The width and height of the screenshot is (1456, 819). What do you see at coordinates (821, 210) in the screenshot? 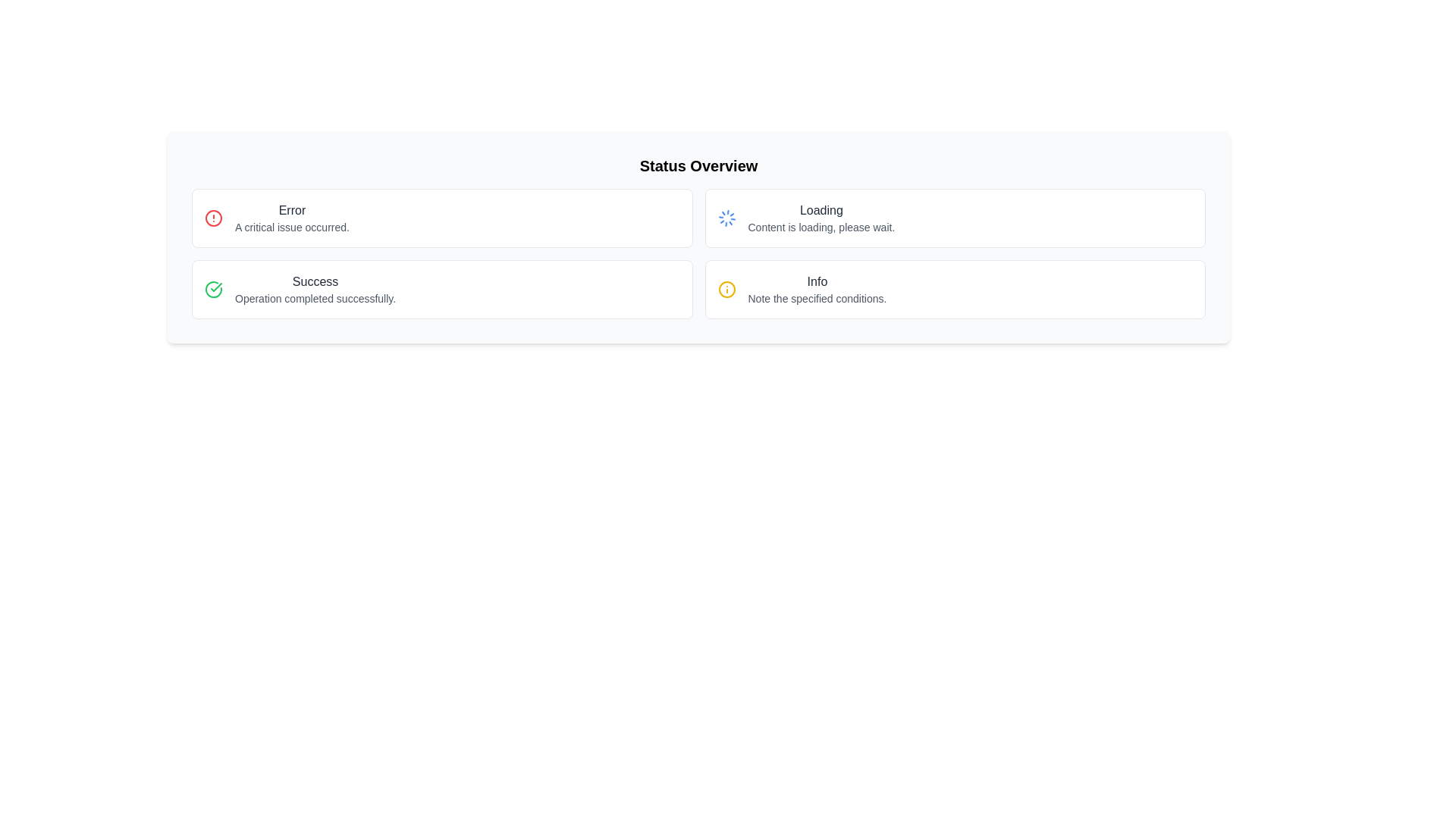
I see `the Text Label indicating an ongoing loading process, which is located in the top-right region of the main interface, above the subtext 'Content is loading, please wait'` at bounding box center [821, 210].